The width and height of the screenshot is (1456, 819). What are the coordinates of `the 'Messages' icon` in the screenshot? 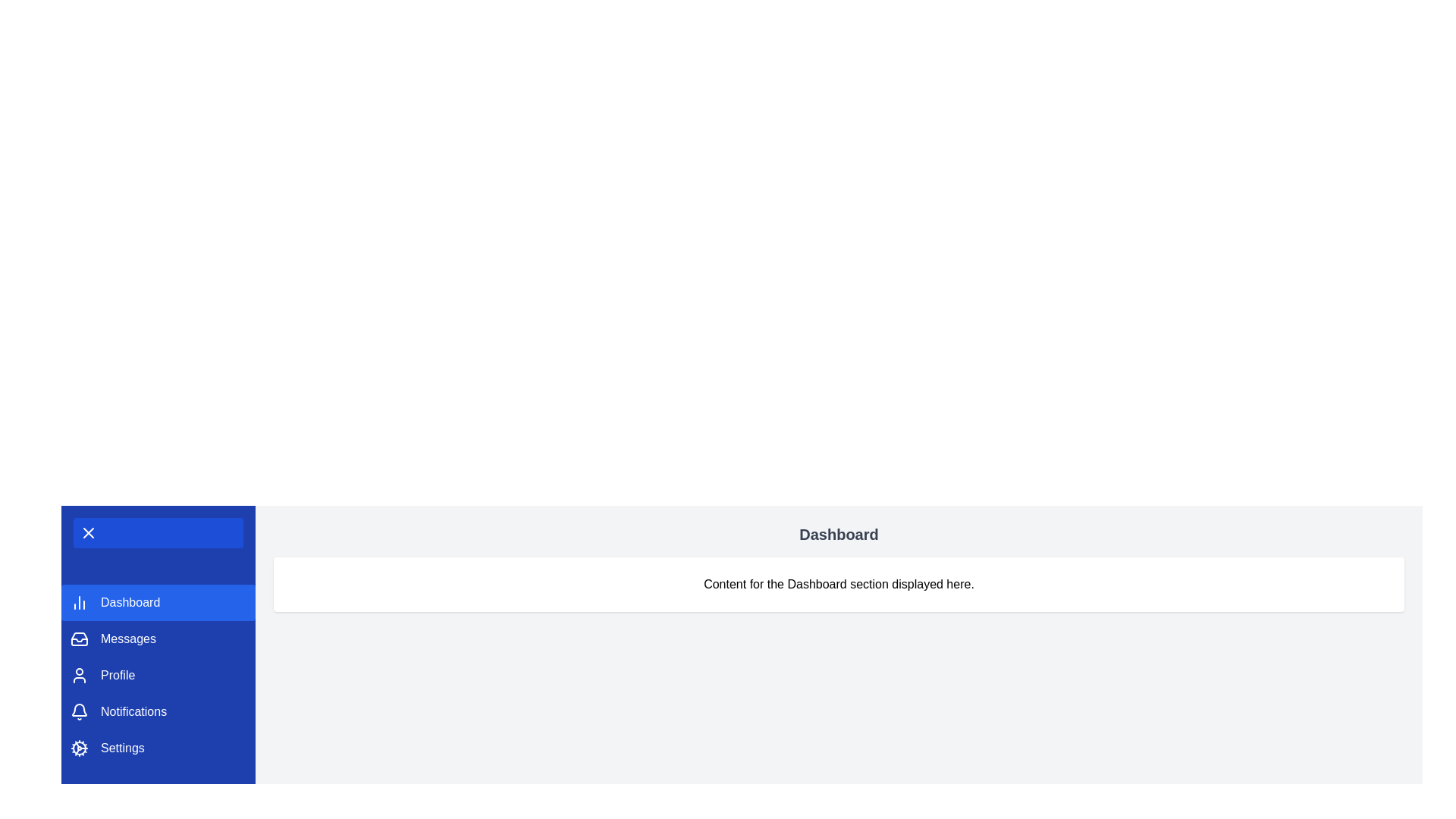 It's located at (79, 639).